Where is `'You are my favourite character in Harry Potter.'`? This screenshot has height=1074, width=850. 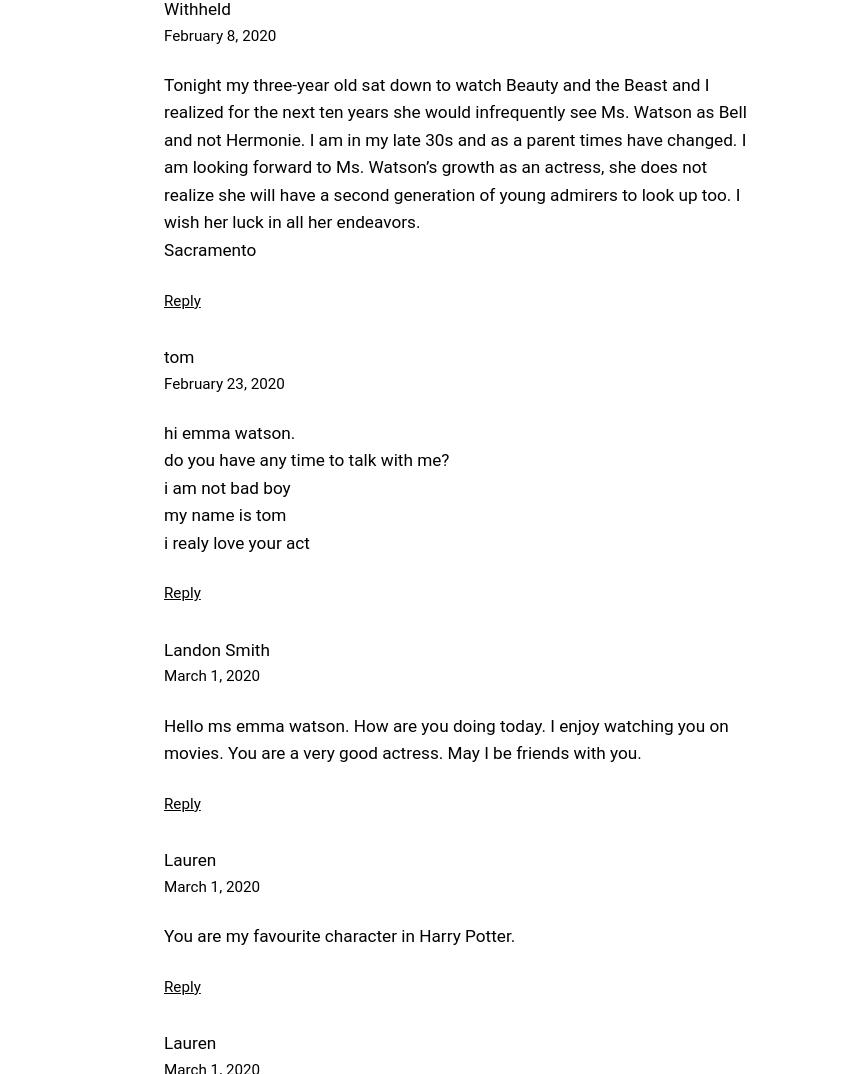 'You are my favourite character in Harry Potter.' is located at coordinates (339, 935).